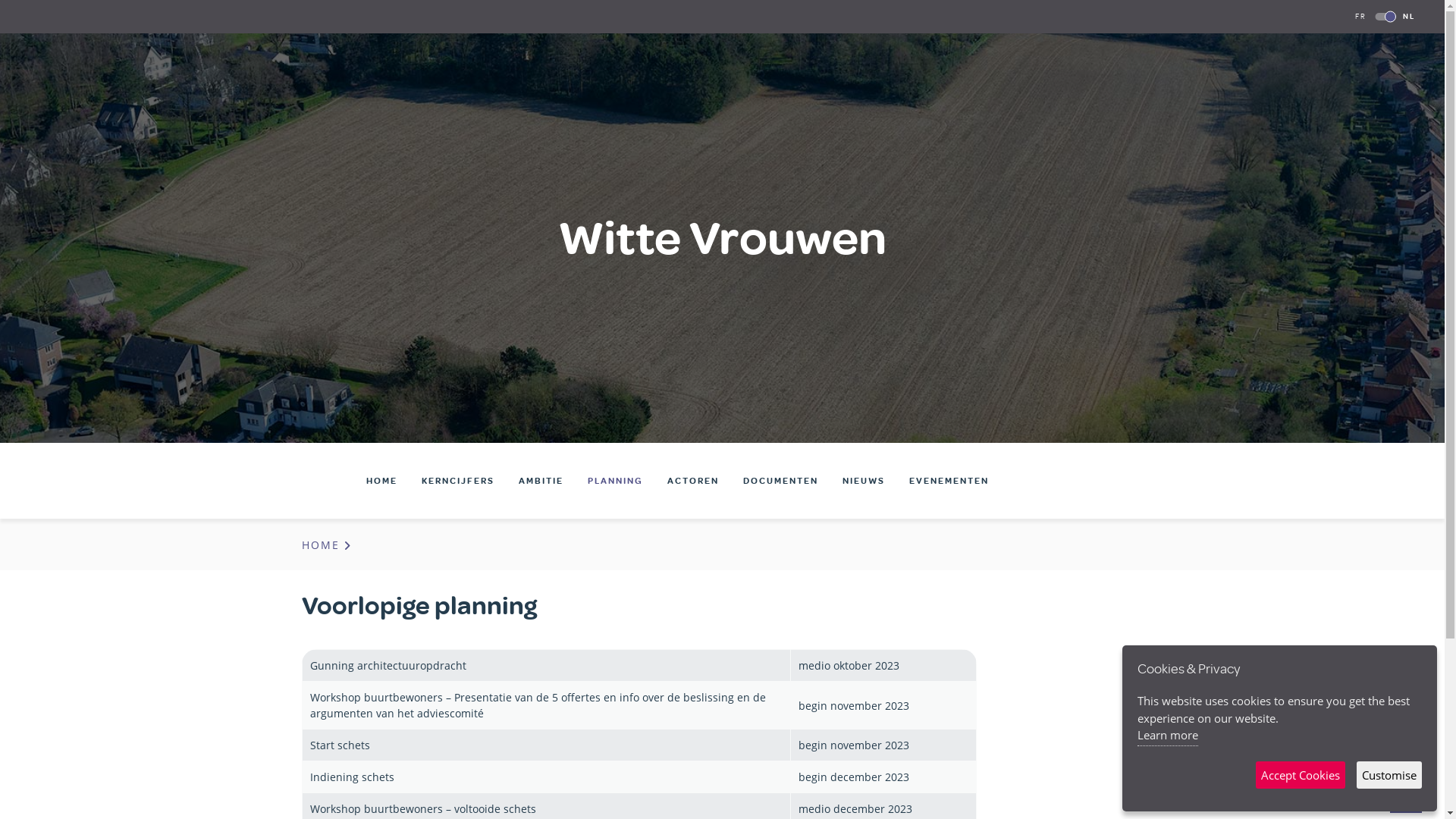 This screenshot has height=819, width=1456. Describe the element at coordinates (863, 480) in the screenshot. I see `'NIEUWS'` at that location.